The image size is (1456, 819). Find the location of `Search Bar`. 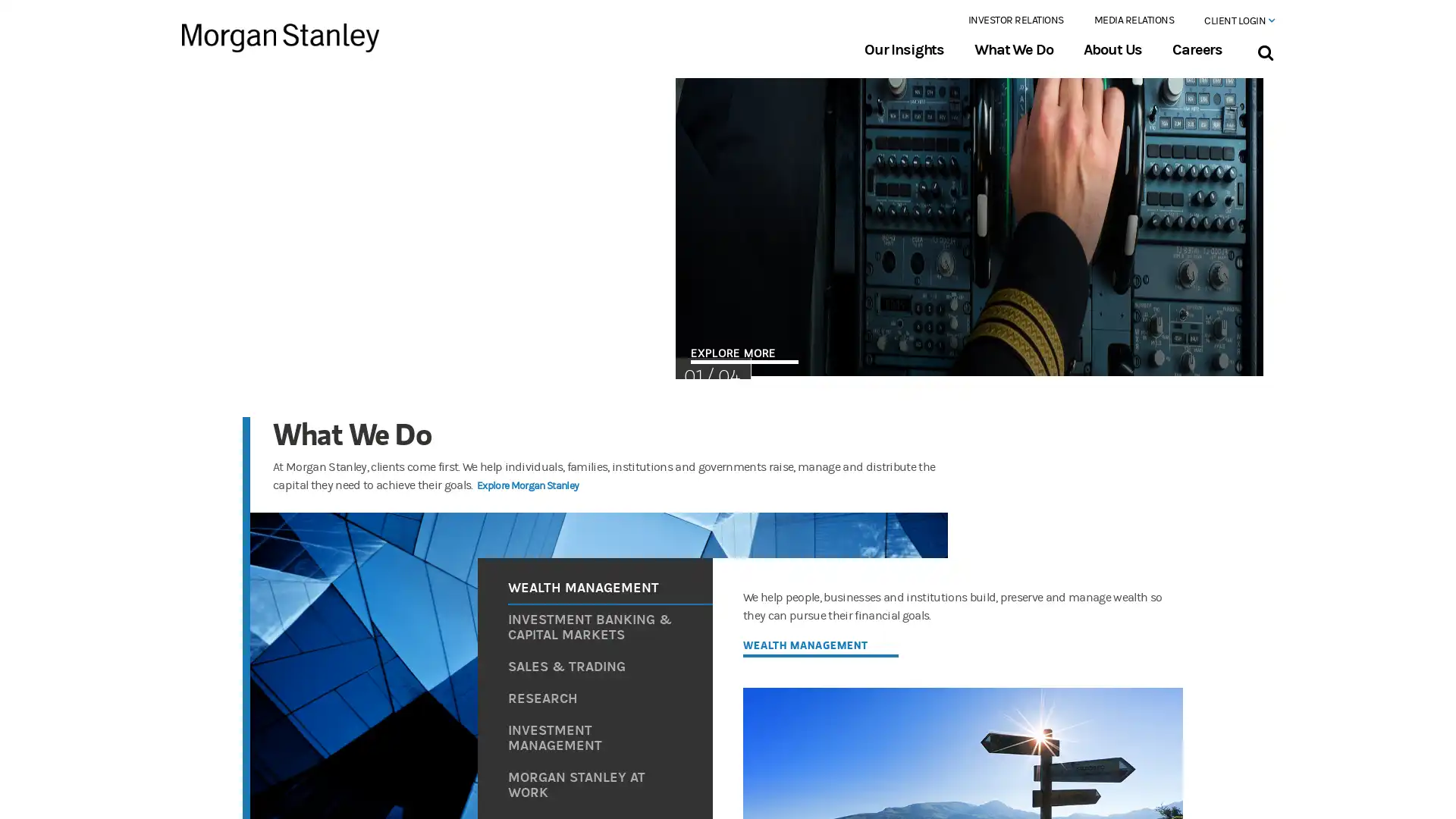

Search Bar is located at coordinates (1265, 49).